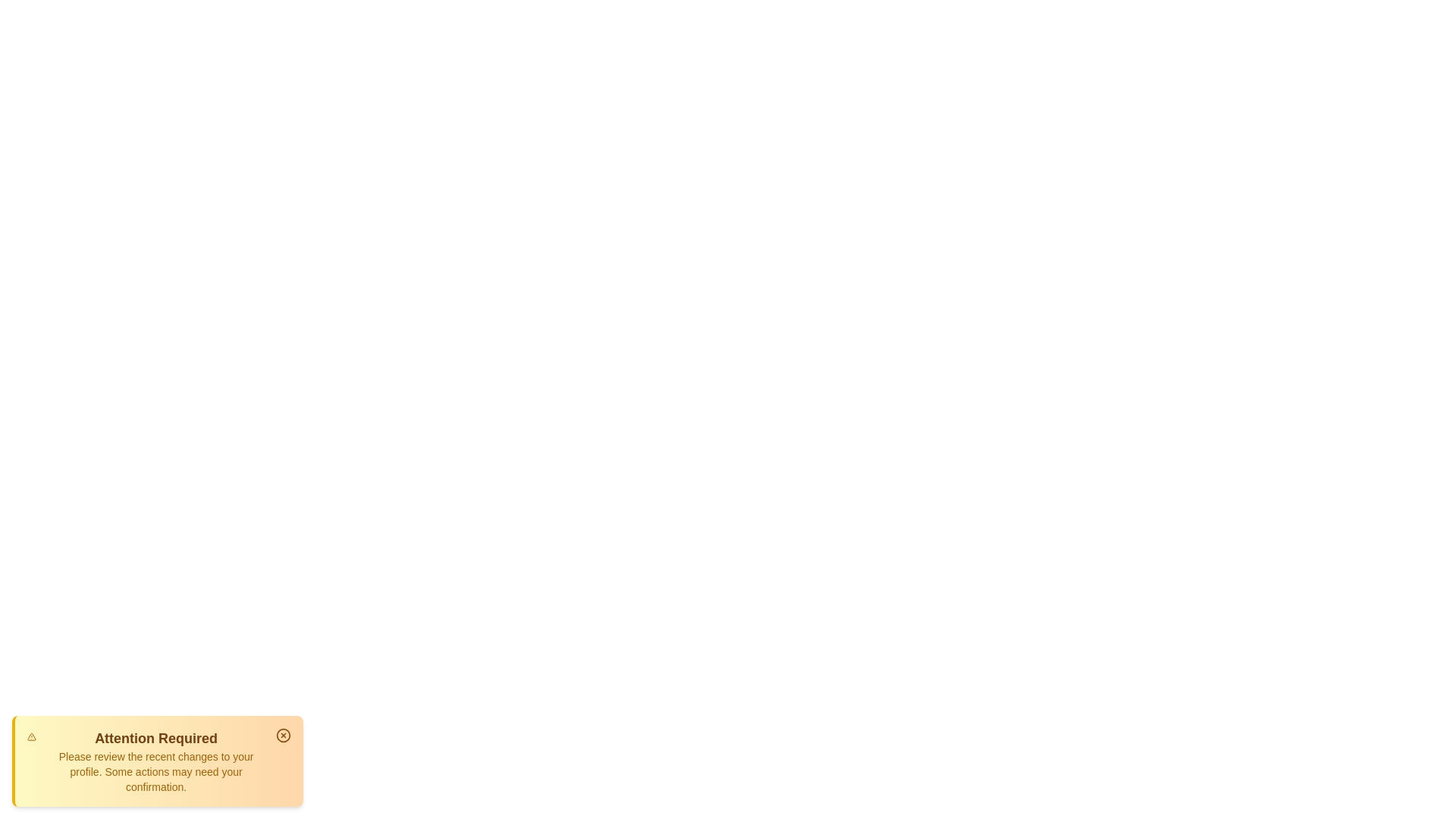 The image size is (1456, 819). What do you see at coordinates (284, 734) in the screenshot?
I see `the close button of the alert to dismiss it` at bounding box center [284, 734].